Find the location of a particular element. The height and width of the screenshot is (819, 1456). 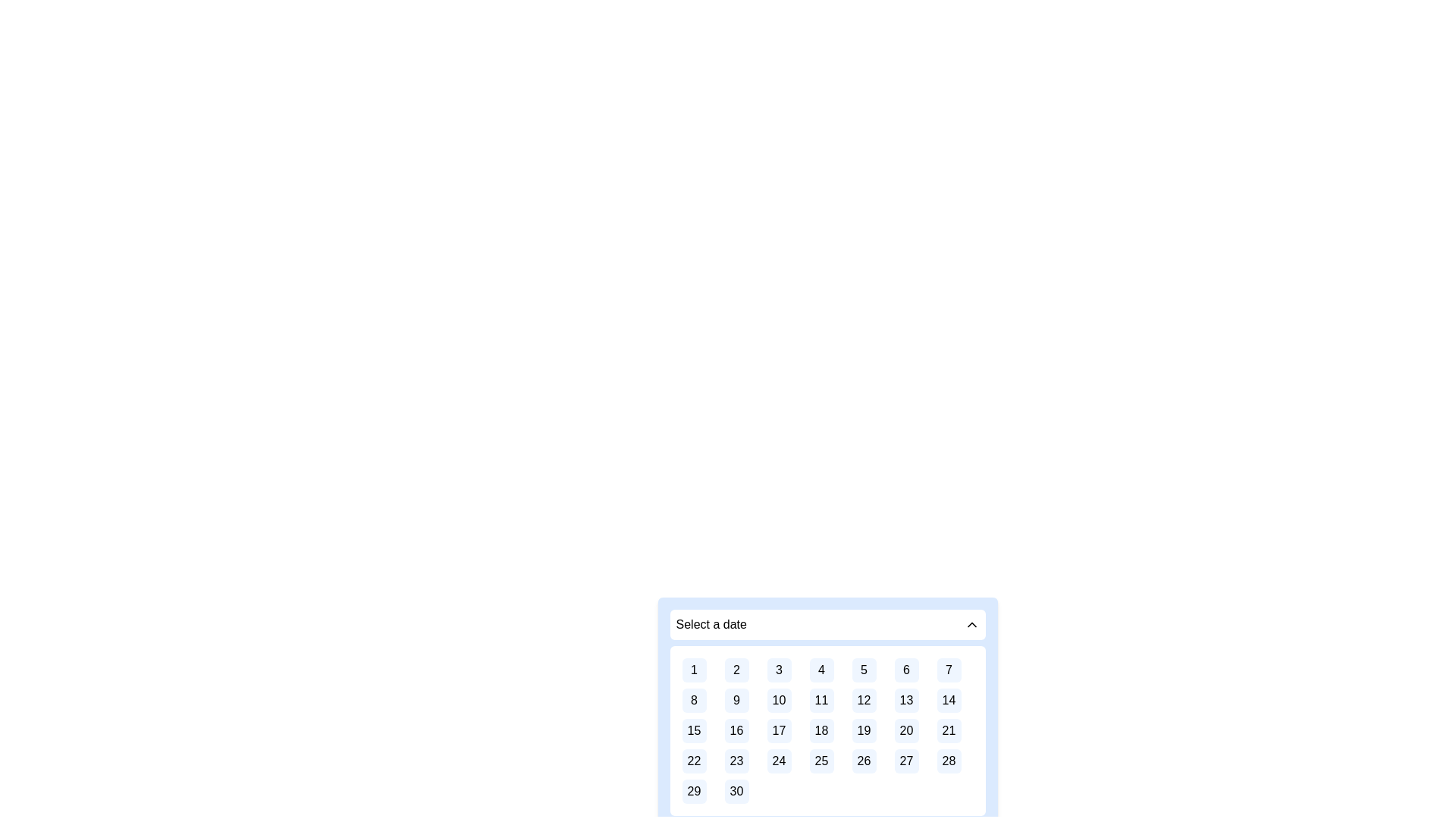

the rounded square button with a soft blue background containing the text '23' is located at coordinates (736, 761).